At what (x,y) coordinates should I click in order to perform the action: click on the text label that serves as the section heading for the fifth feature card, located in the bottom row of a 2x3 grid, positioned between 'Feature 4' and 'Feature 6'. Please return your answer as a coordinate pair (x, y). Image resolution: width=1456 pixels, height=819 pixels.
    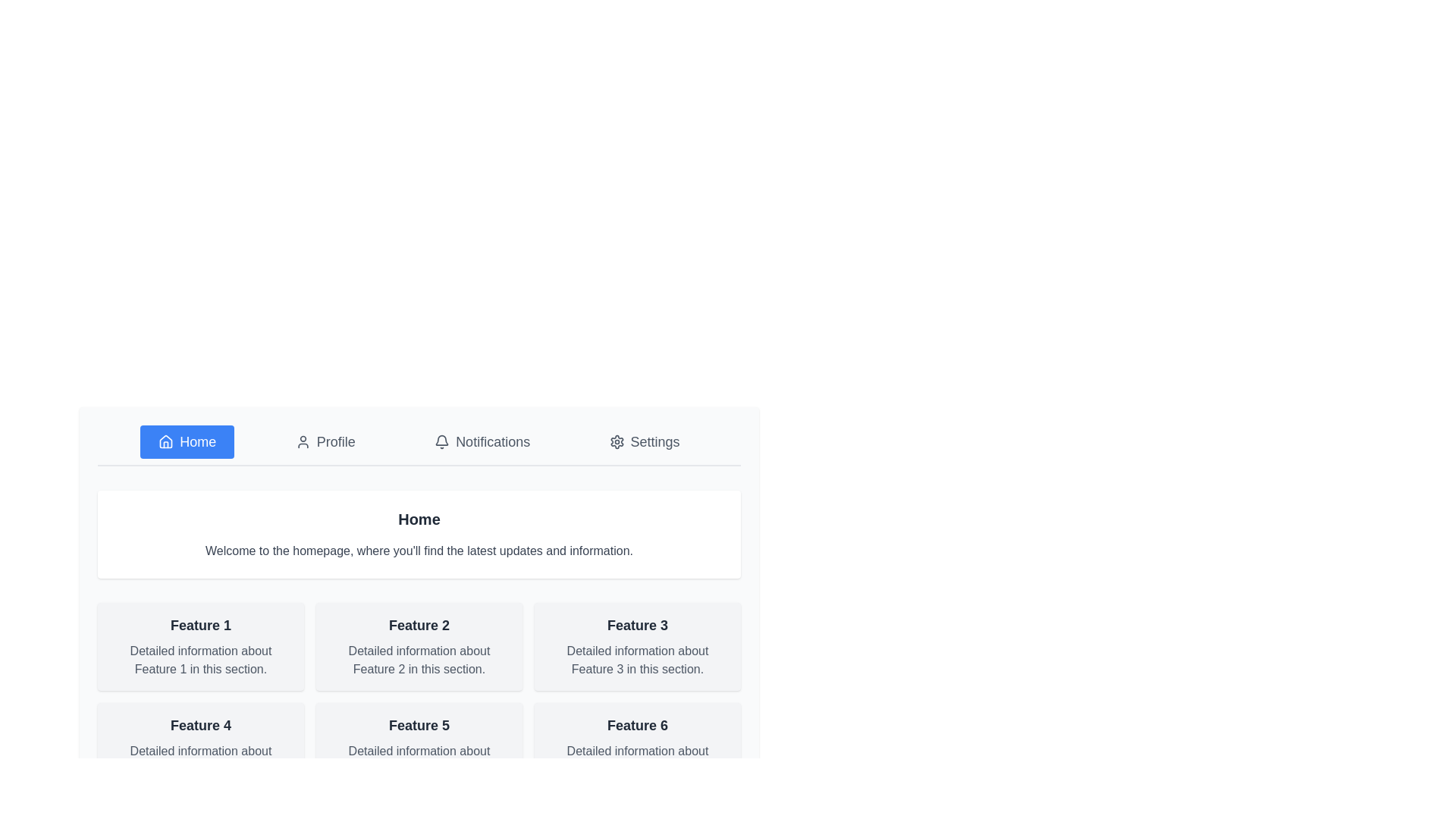
    Looking at the image, I should click on (419, 724).